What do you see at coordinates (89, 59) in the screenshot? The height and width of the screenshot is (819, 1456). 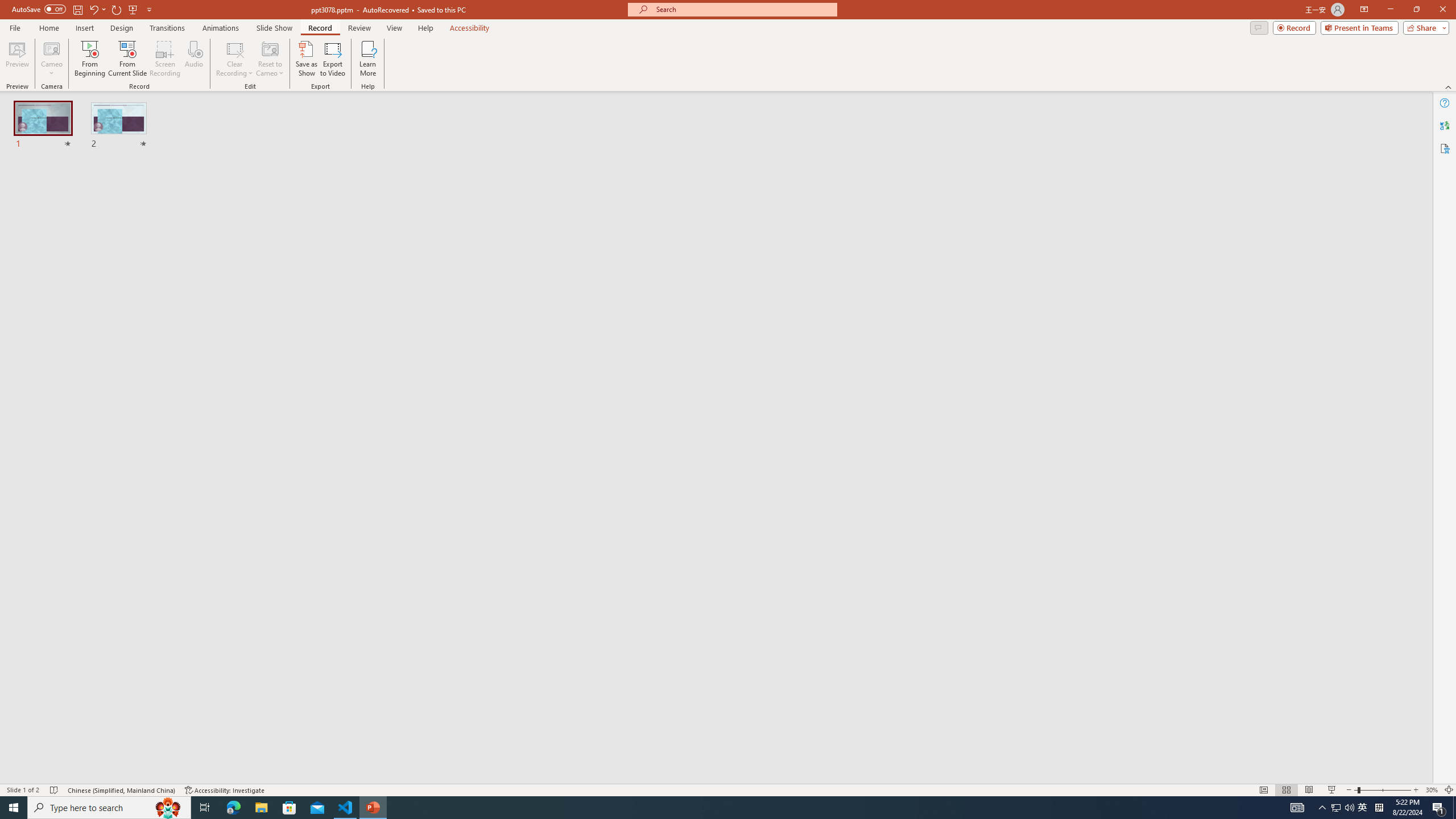 I see `'From Beginning...'` at bounding box center [89, 59].